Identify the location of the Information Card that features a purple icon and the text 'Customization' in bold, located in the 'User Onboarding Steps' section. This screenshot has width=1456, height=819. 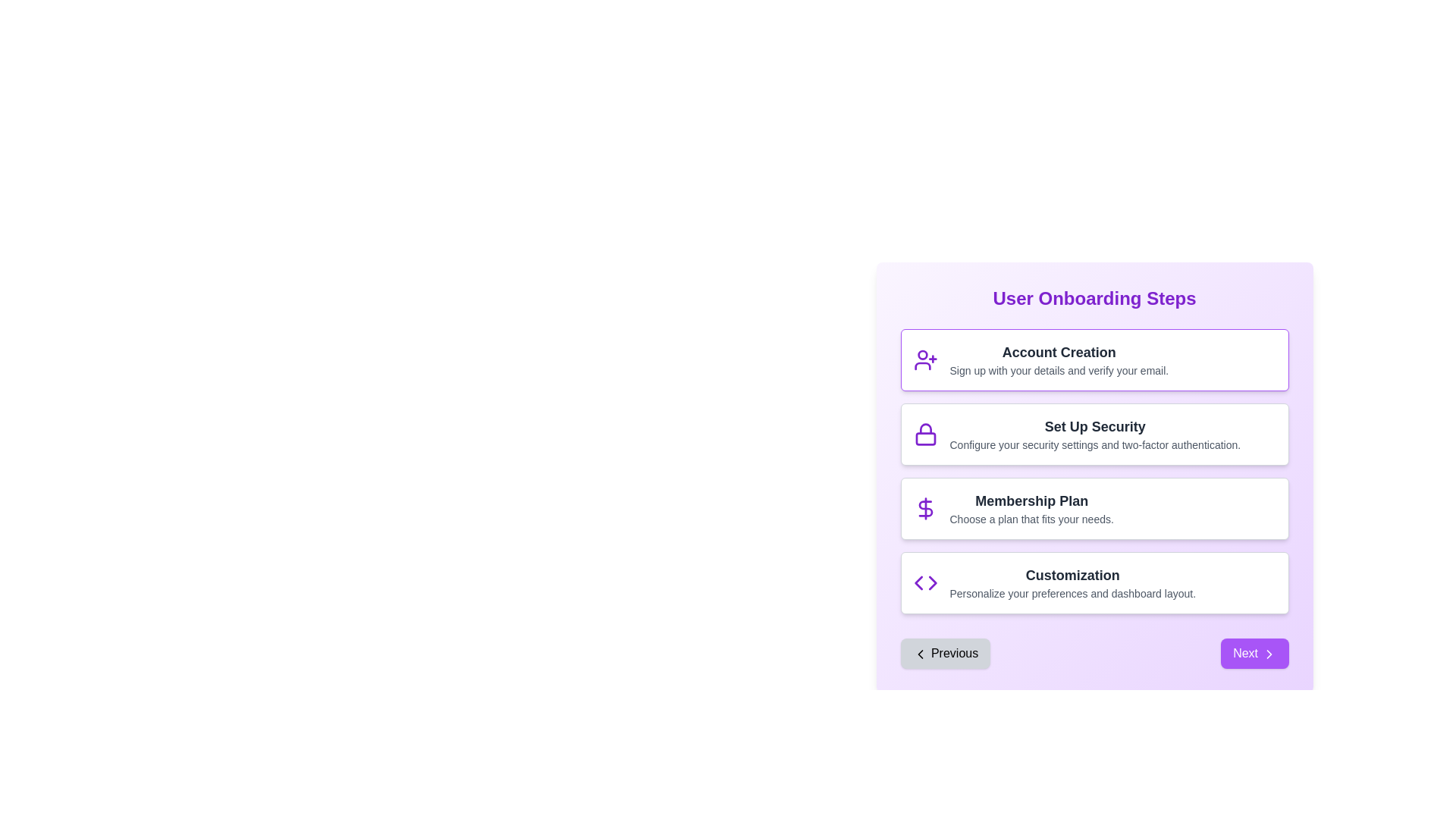
(1094, 582).